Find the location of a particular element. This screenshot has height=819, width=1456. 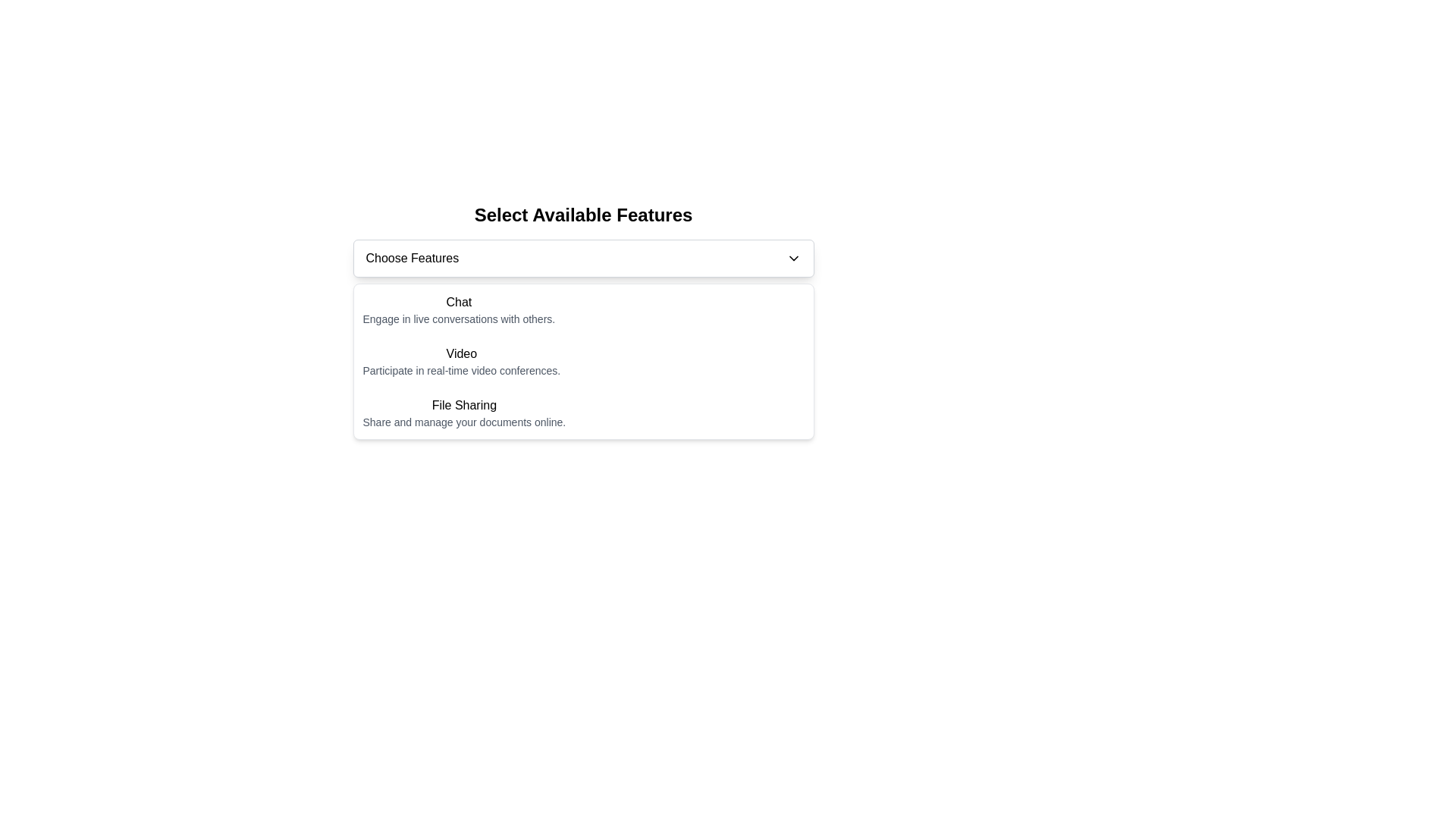

the Dropdown menu button located at the top of the 'Select Available Features' section to navigate via keyboard is located at coordinates (582, 257).